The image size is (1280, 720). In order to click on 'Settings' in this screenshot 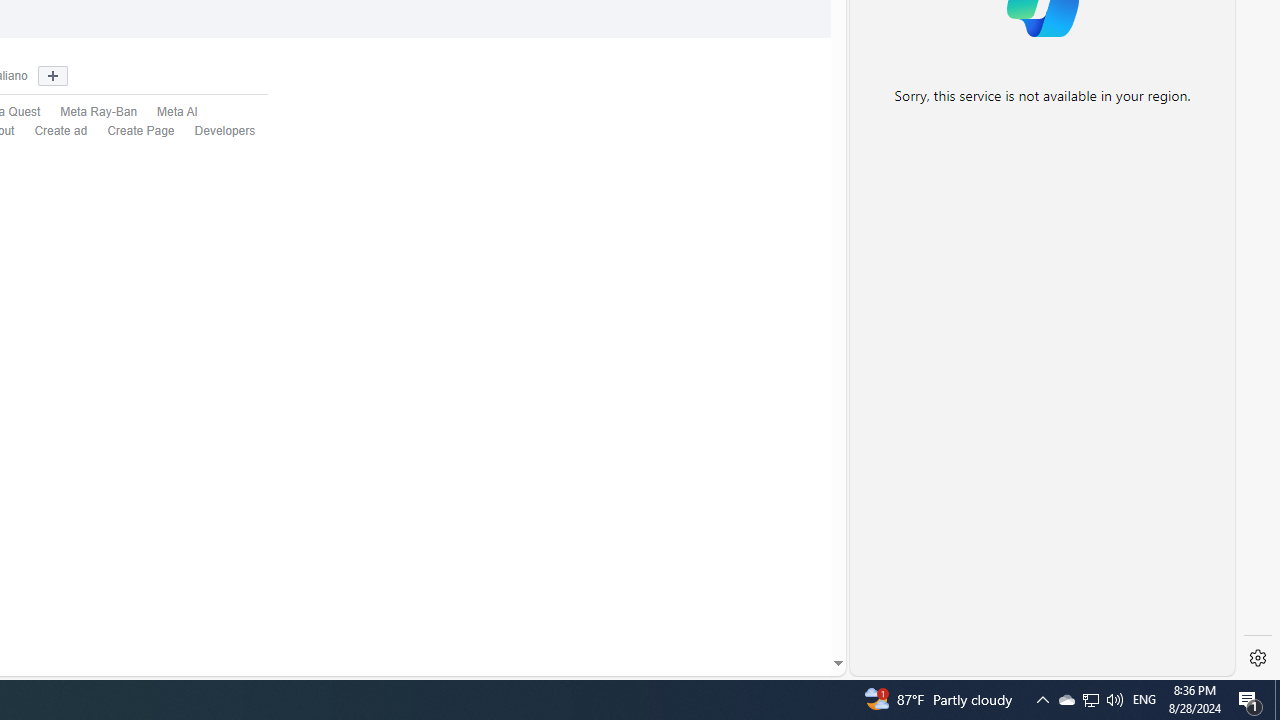, I will do `click(1257, 658)`.